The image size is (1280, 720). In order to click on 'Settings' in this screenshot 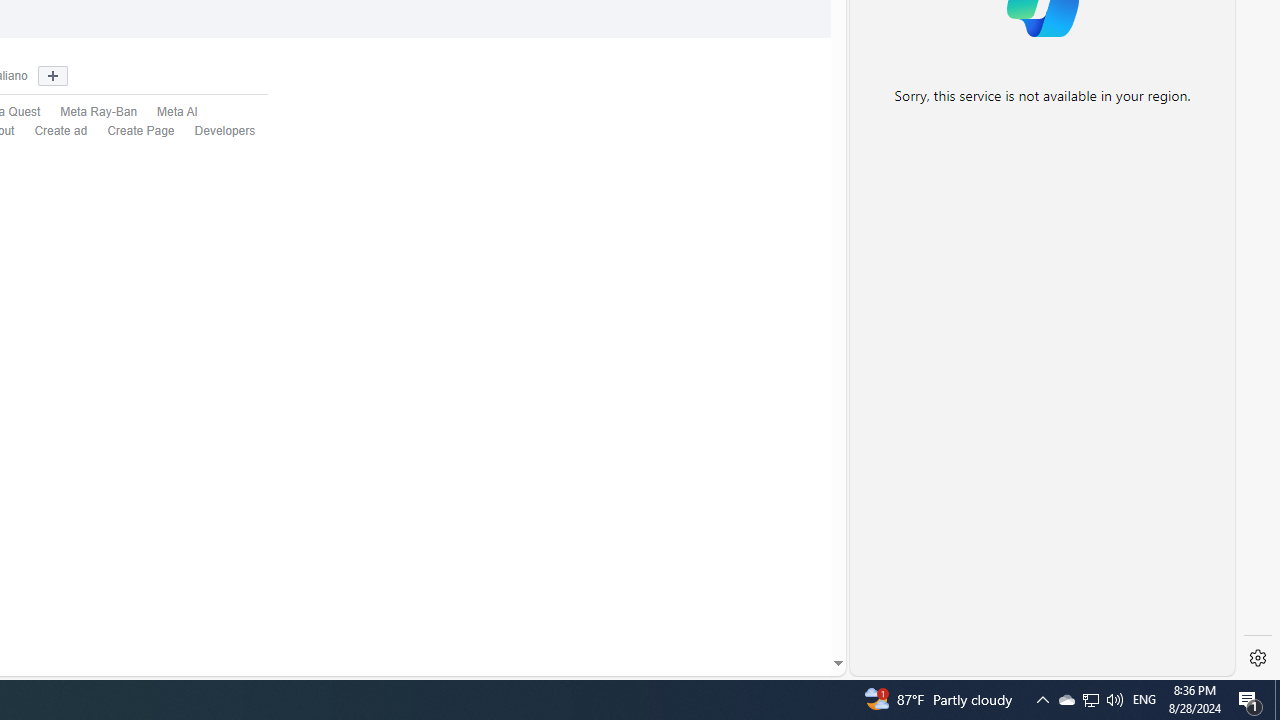, I will do `click(1257, 658)`.